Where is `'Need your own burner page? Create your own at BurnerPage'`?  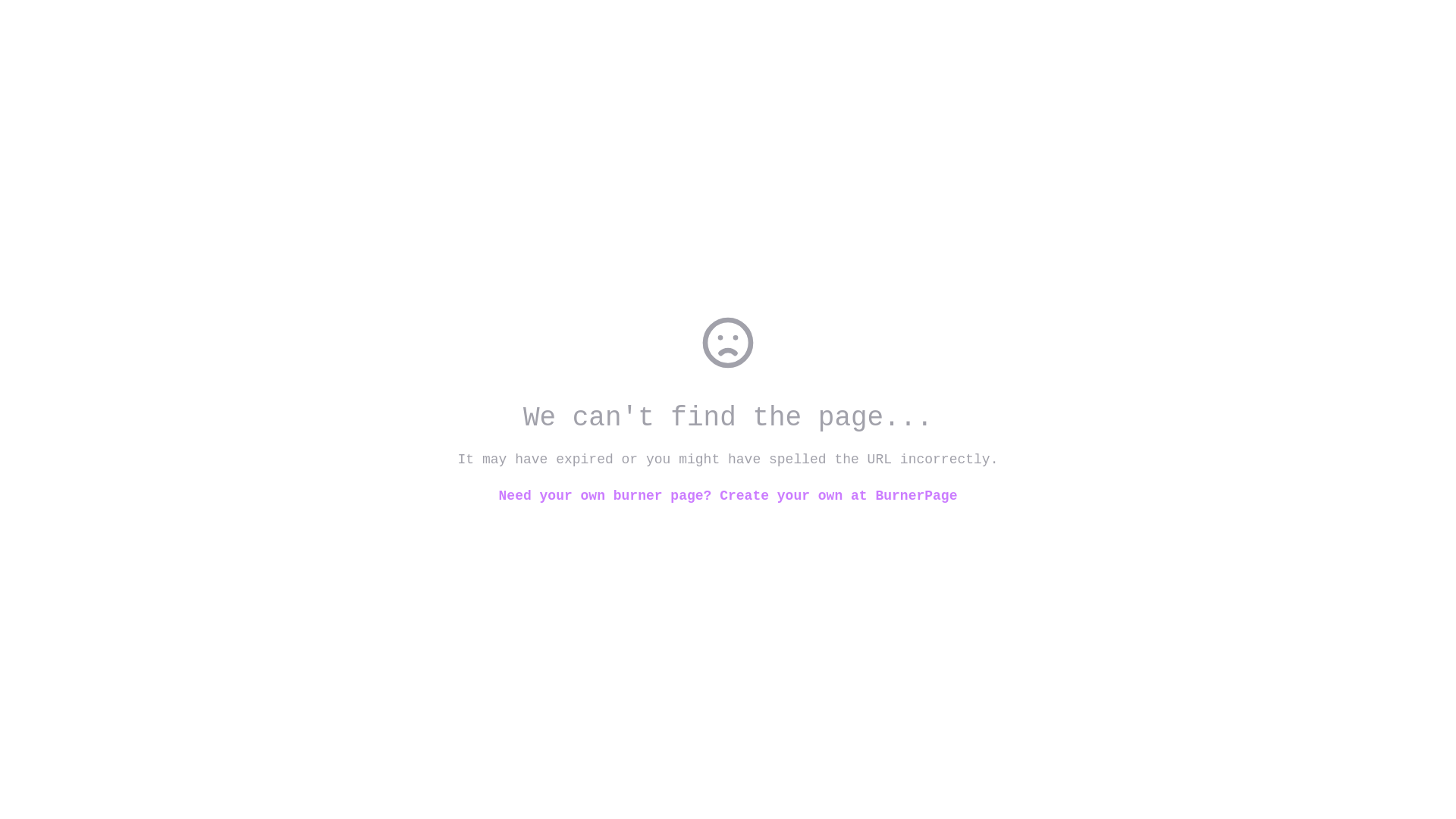
'Need your own burner page? Create your own at BurnerPage' is located at coordinates (728, 496).